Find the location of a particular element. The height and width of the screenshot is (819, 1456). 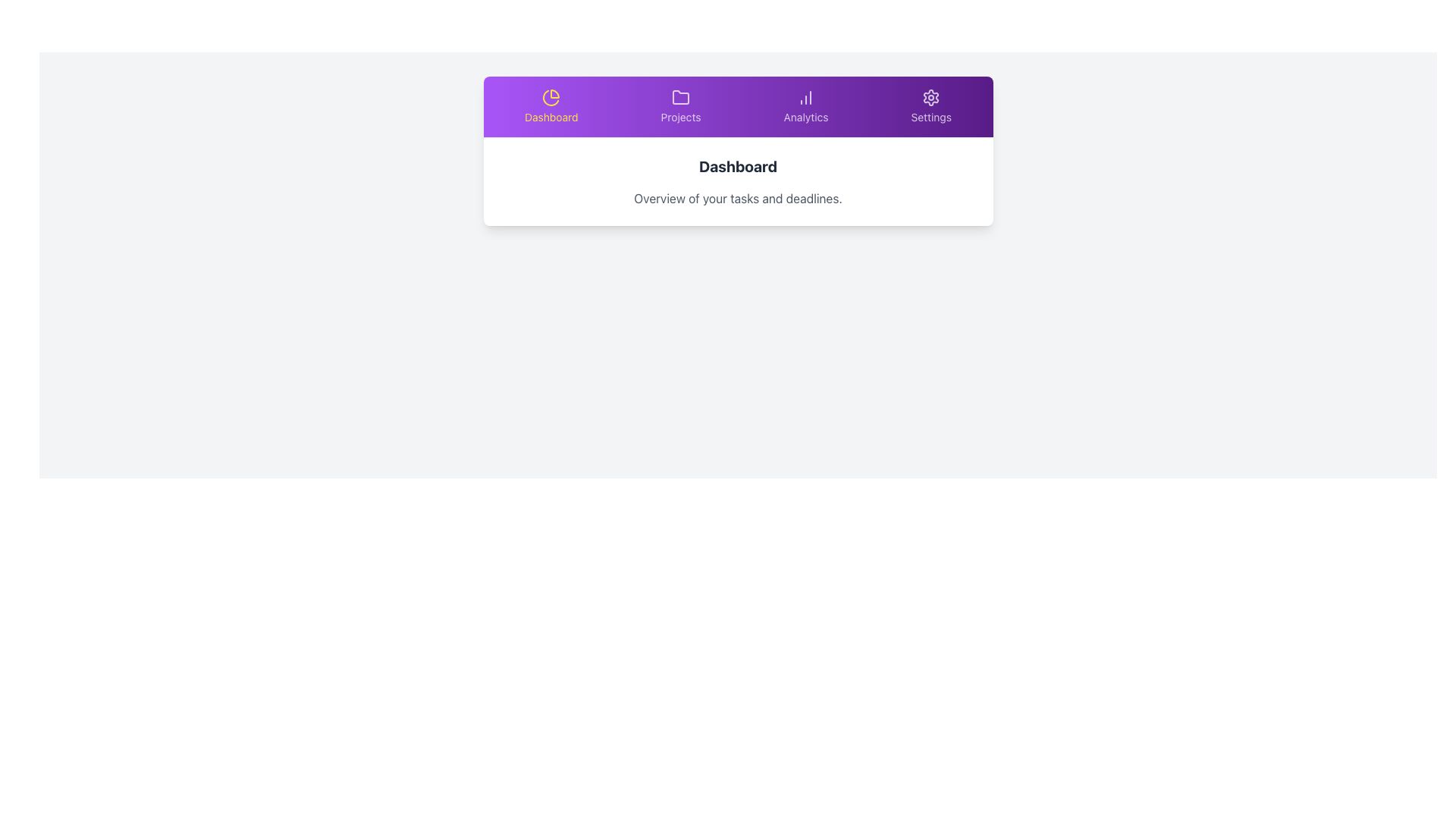

the text label displaying 'Overview of your tasks and deadlines.' which is located below the 'Dashboard' text is located at coordinates (738, 198).